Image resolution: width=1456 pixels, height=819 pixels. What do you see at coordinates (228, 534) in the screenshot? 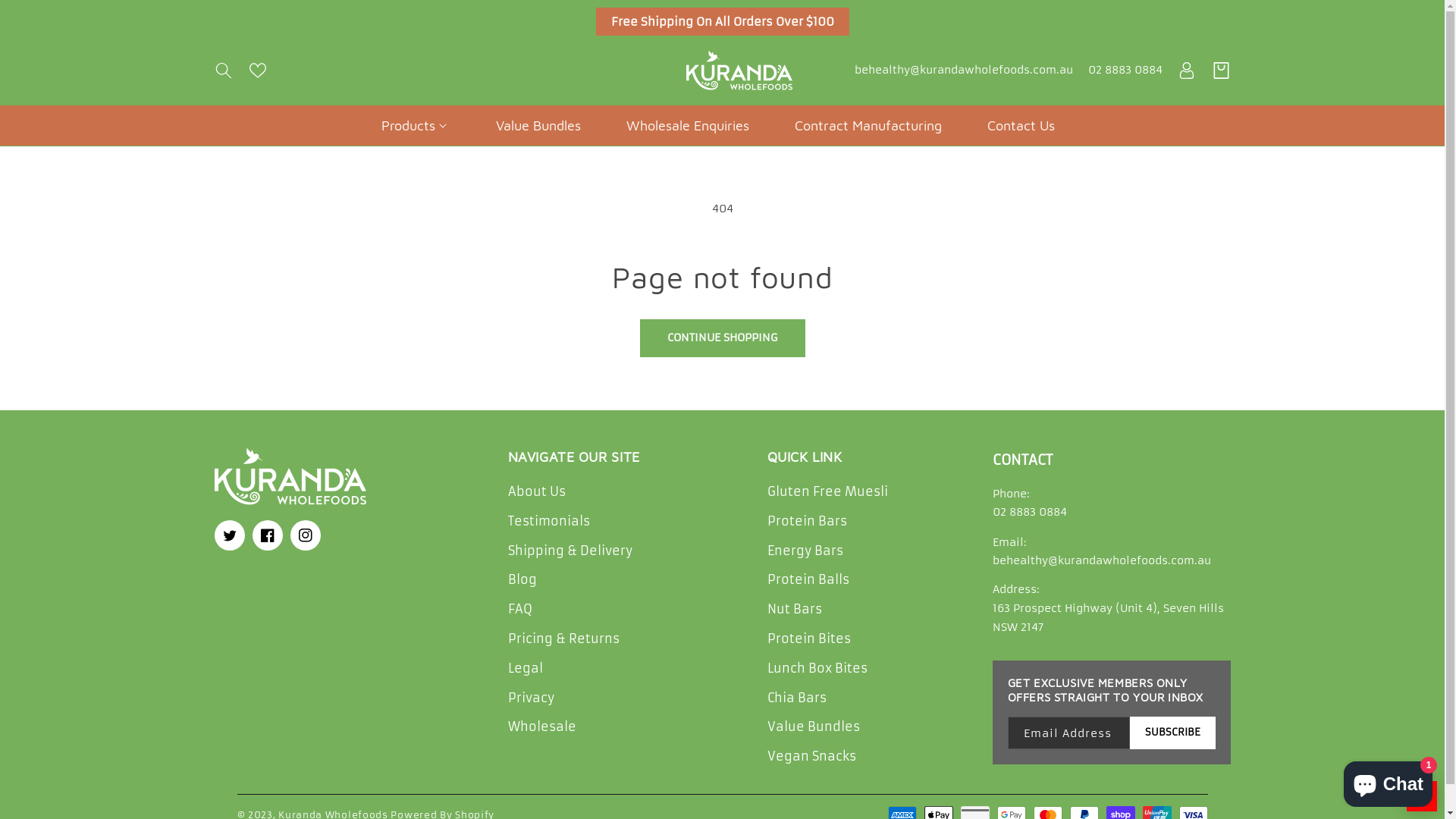
I see `'Twitter'` at bounding box center [228, 534].